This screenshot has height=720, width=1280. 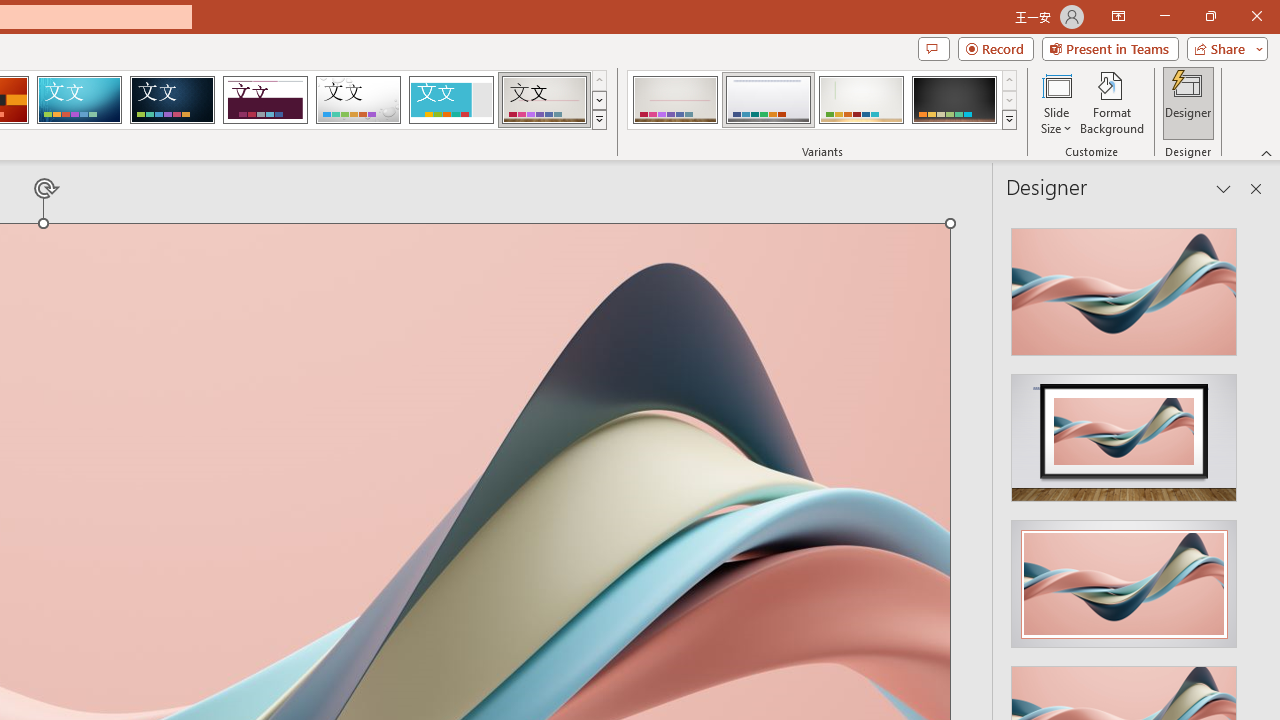 I want to click on 'Gallery Variant 4', so click(x=953, y=100).